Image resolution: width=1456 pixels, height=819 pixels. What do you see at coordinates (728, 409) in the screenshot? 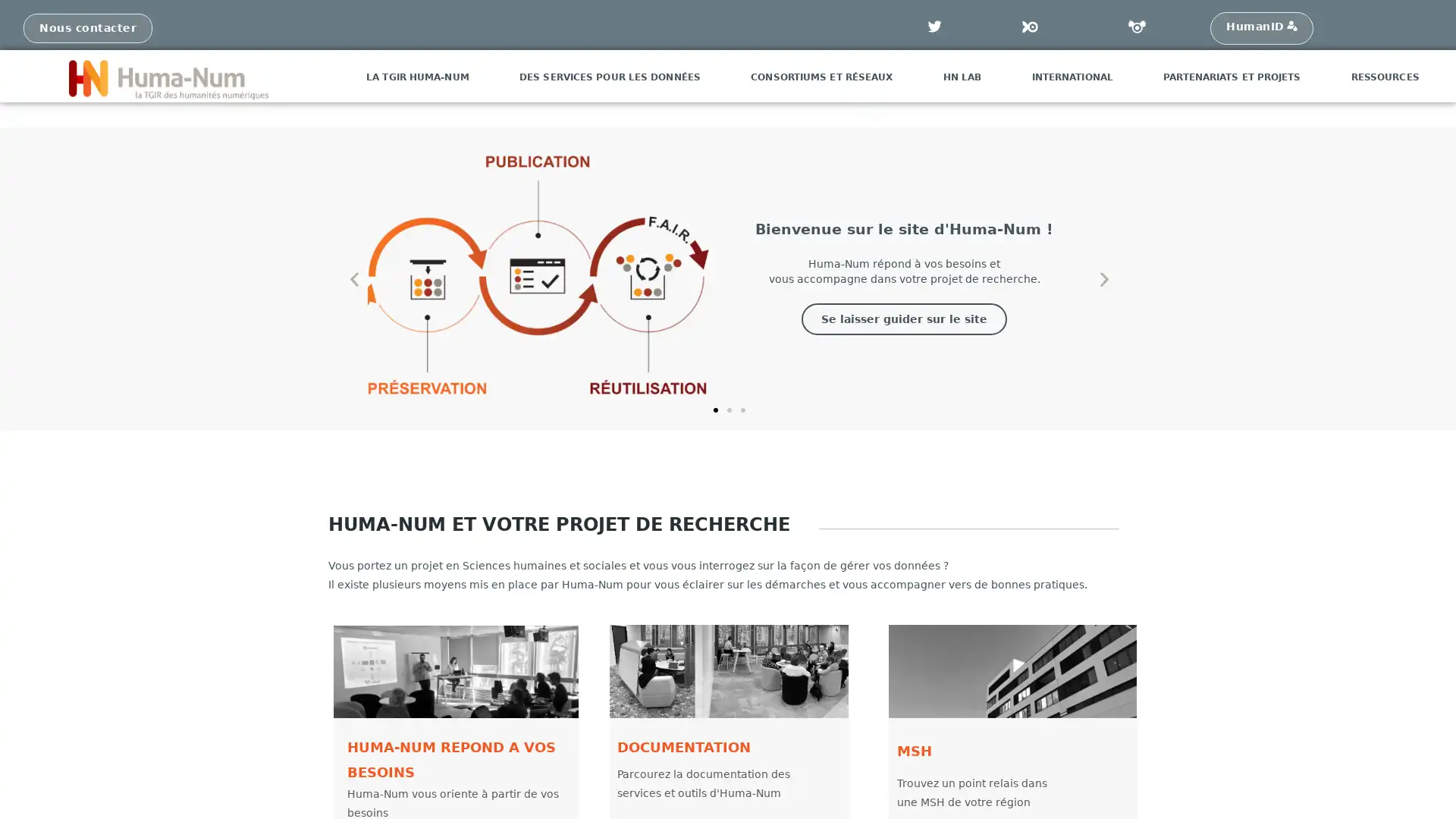
I see `Go to slide 2` at bounding box center [728, 409].